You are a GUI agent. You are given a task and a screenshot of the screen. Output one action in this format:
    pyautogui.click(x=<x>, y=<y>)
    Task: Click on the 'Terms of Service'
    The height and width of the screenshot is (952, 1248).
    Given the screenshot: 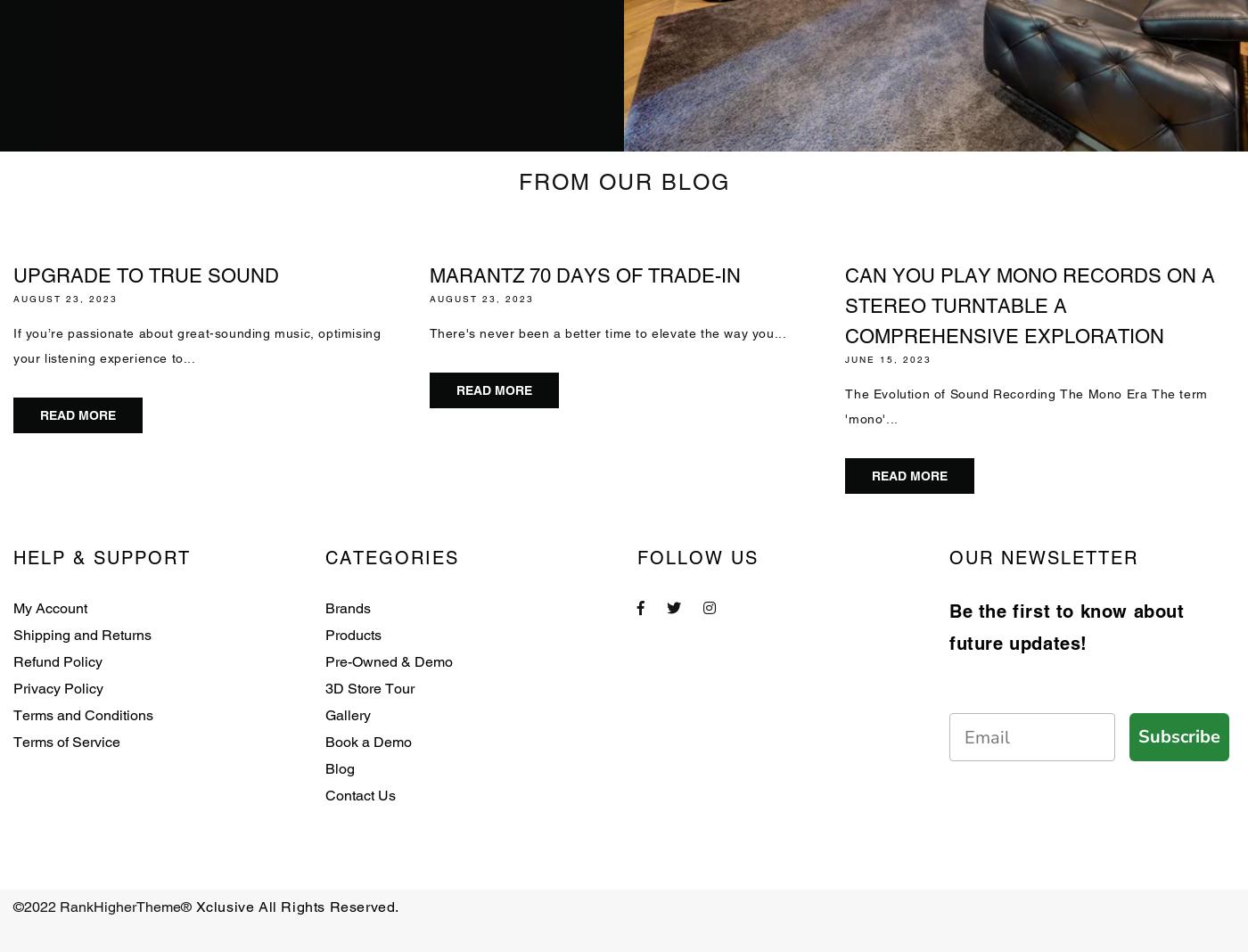 What is the action you would take?
    pyautogui.click(x=67, y=741)
    